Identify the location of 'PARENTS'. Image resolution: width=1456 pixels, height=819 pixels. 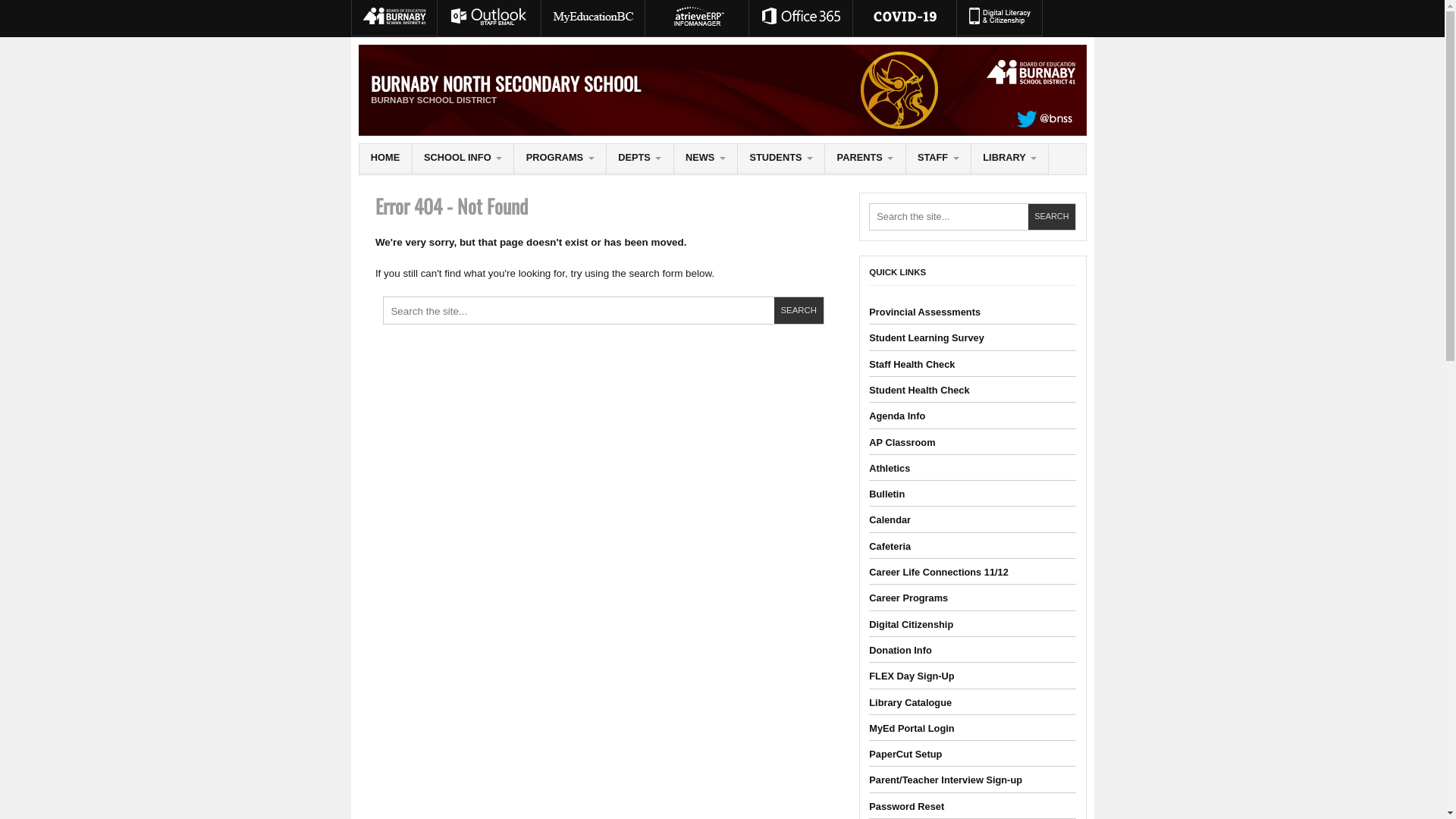
(864, 158).